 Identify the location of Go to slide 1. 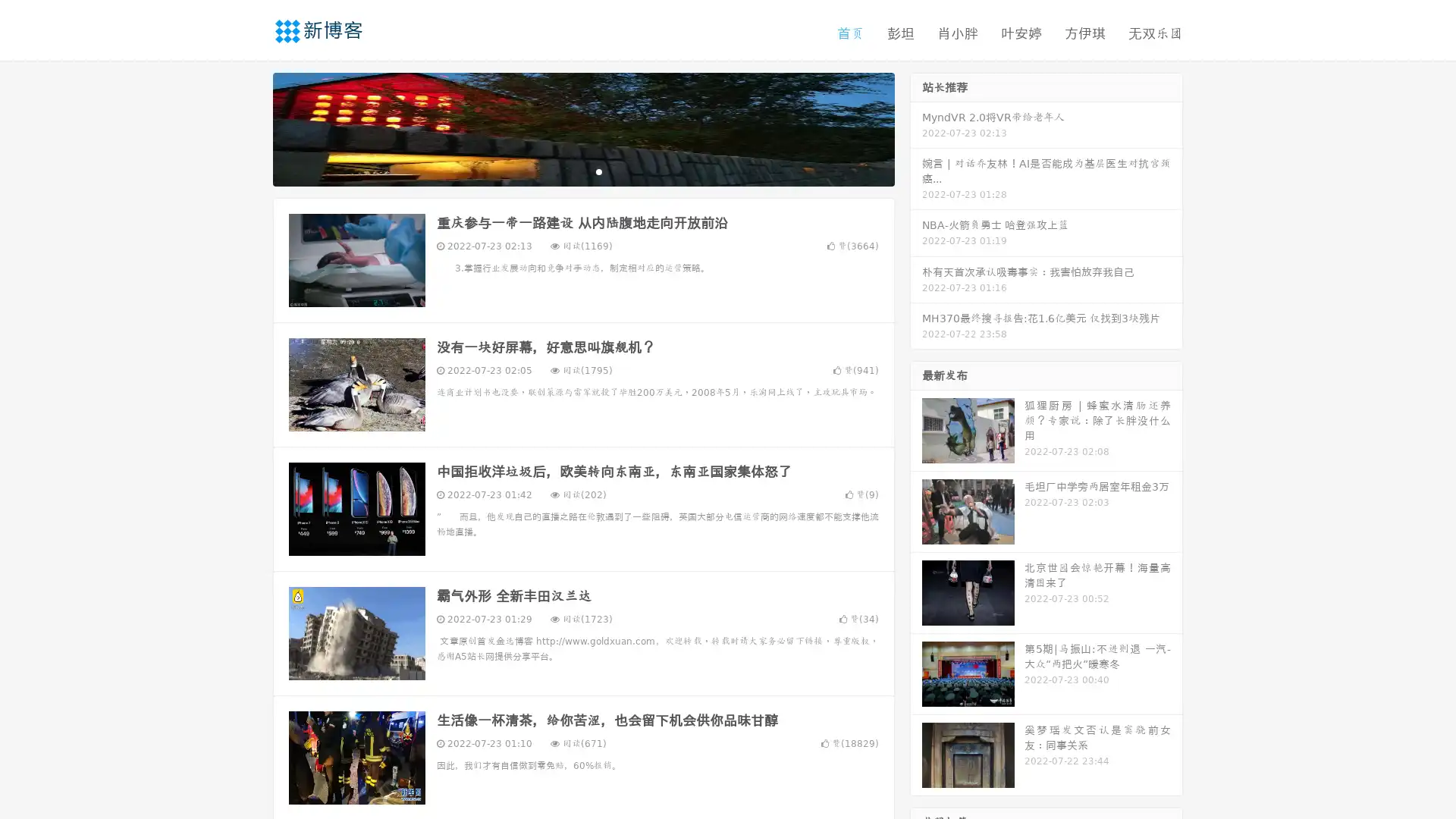
(567, 171).